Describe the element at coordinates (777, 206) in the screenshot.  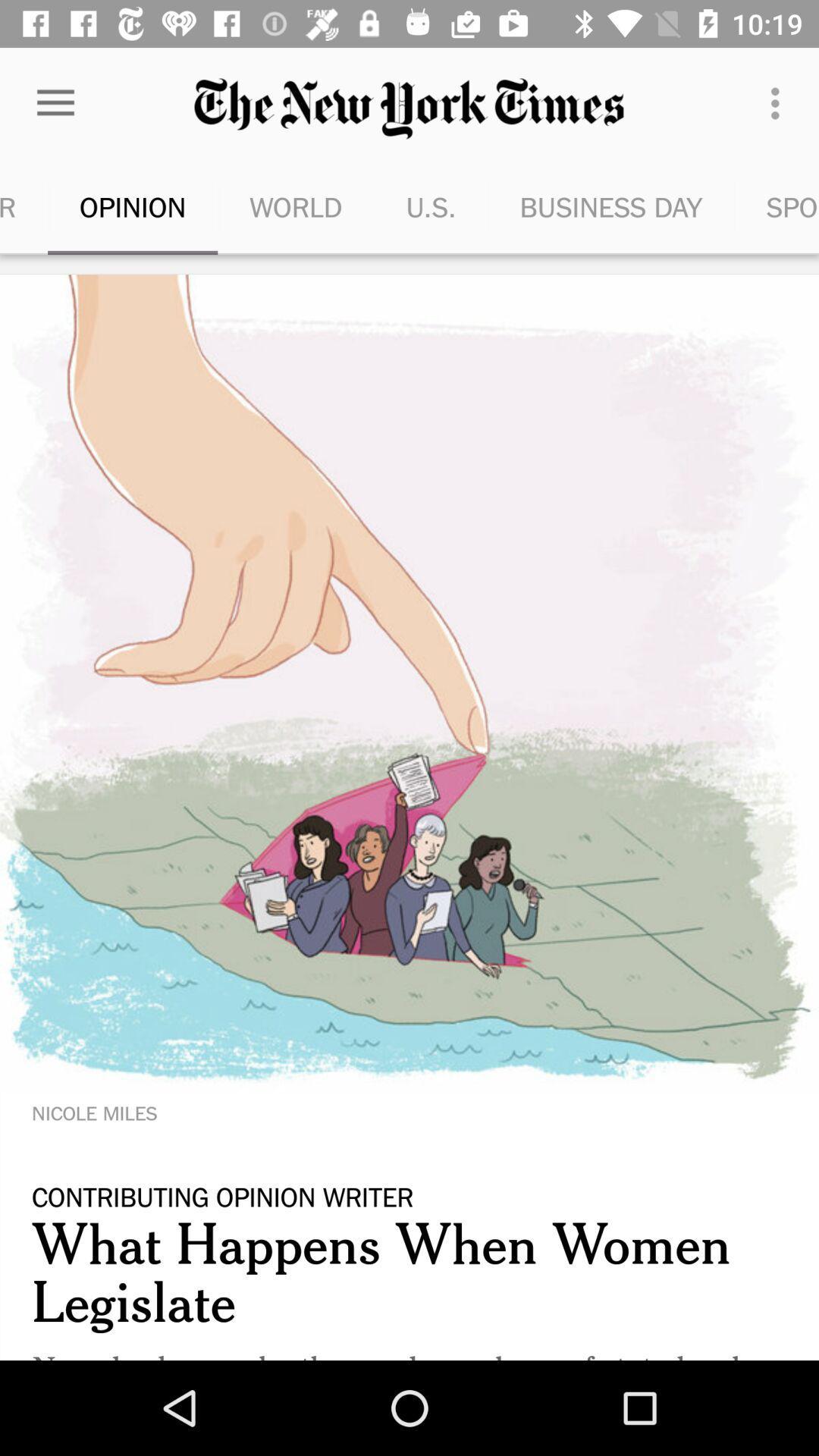
I see `item to the right of business day icon` at that location.